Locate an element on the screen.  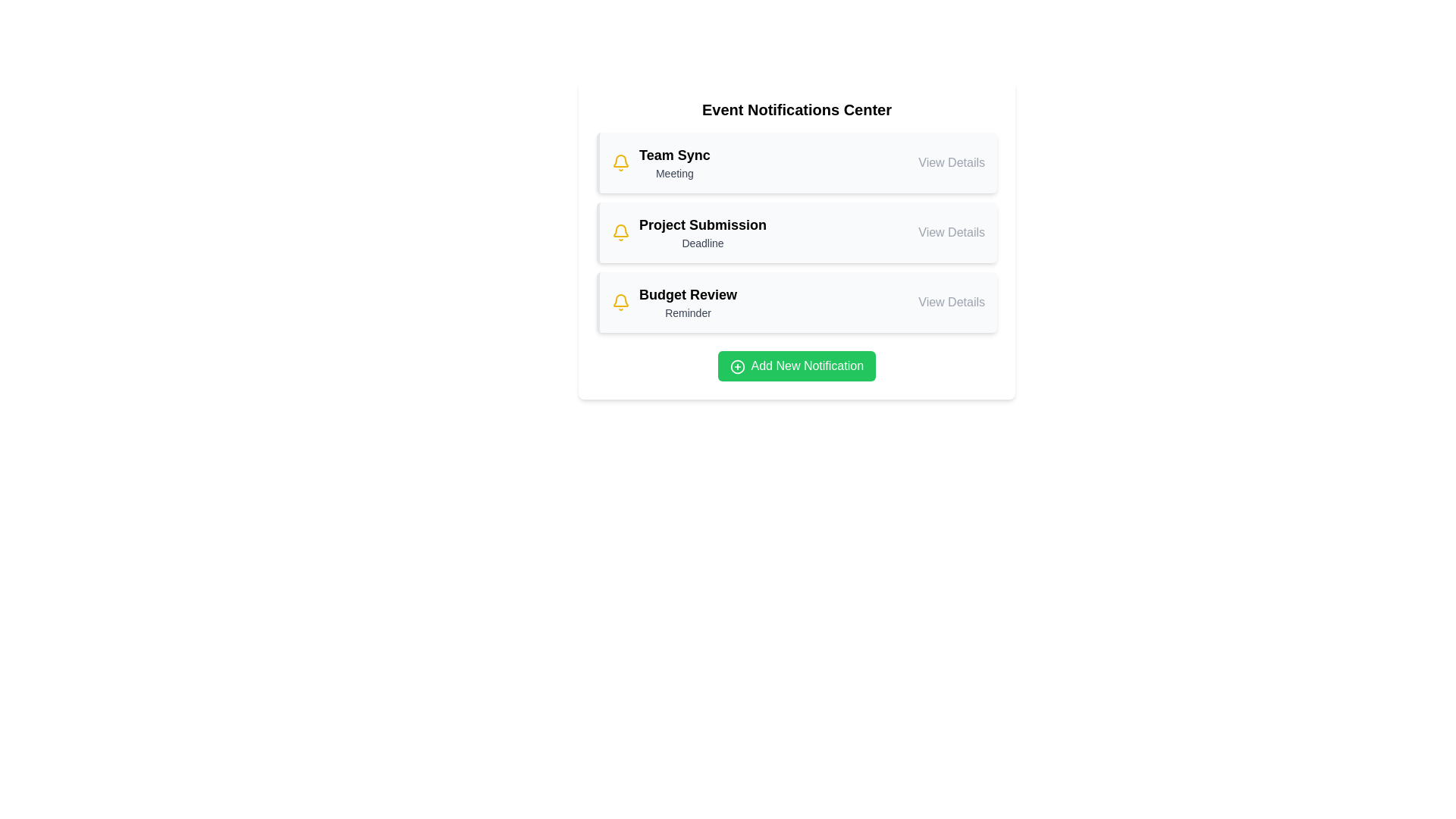
text of the 'Budget Review' notification title located at the top of the third card in a vertical list within a panel is located at coordinates (687, 295).